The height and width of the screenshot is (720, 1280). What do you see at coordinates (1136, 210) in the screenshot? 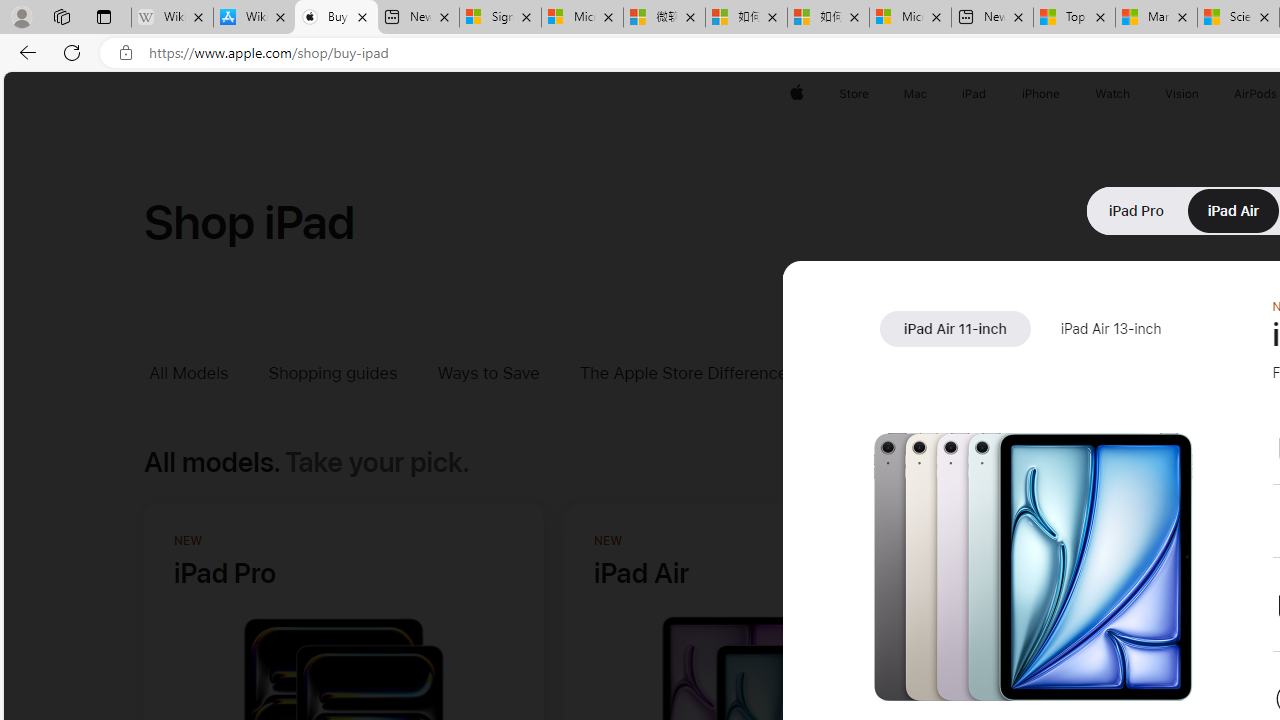
I see `'iPad Pro'` at bounding box center [1136, 210].